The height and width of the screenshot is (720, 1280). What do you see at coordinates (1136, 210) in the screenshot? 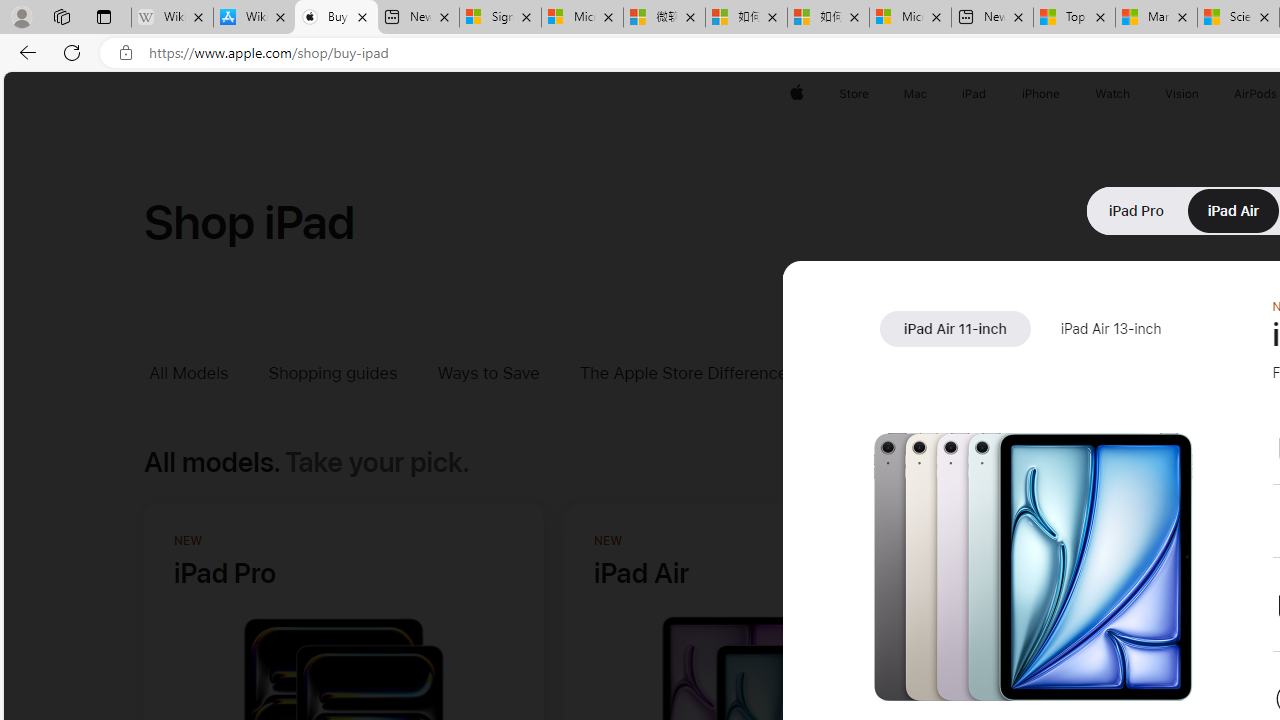
I see `'iPad Pro'` at bounding box center [1136, 210].